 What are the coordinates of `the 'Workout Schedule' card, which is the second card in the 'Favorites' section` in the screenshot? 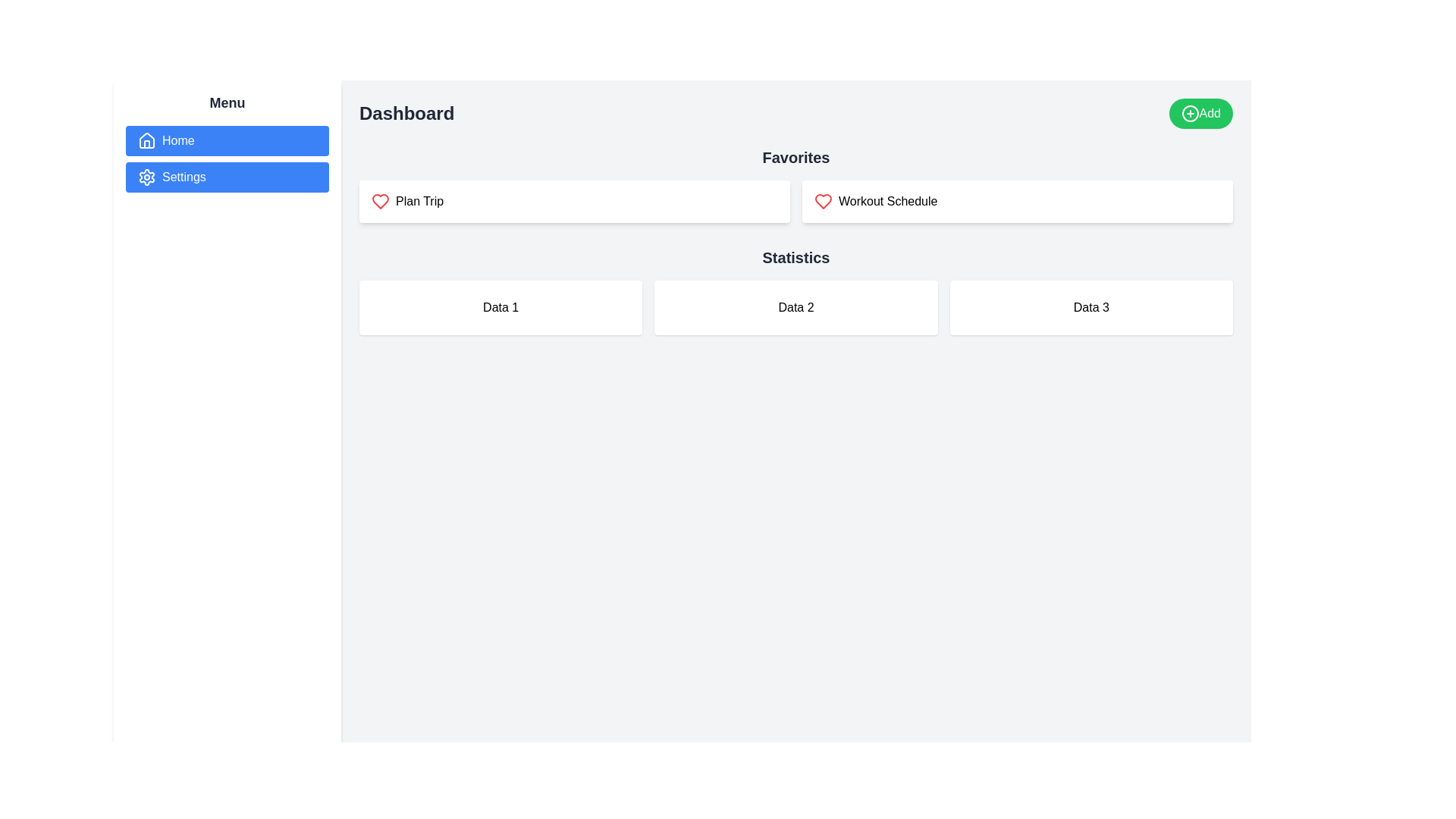 It's located at (1018, 201).